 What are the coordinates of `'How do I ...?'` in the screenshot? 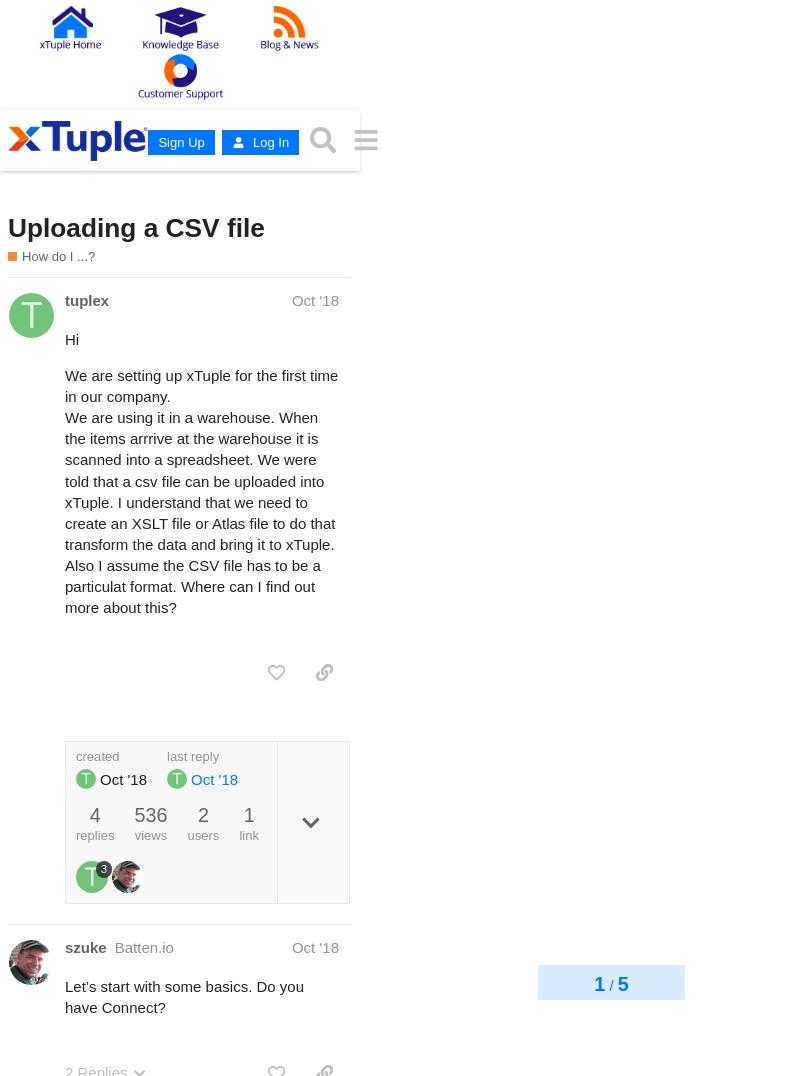 It's located at (58, 256).